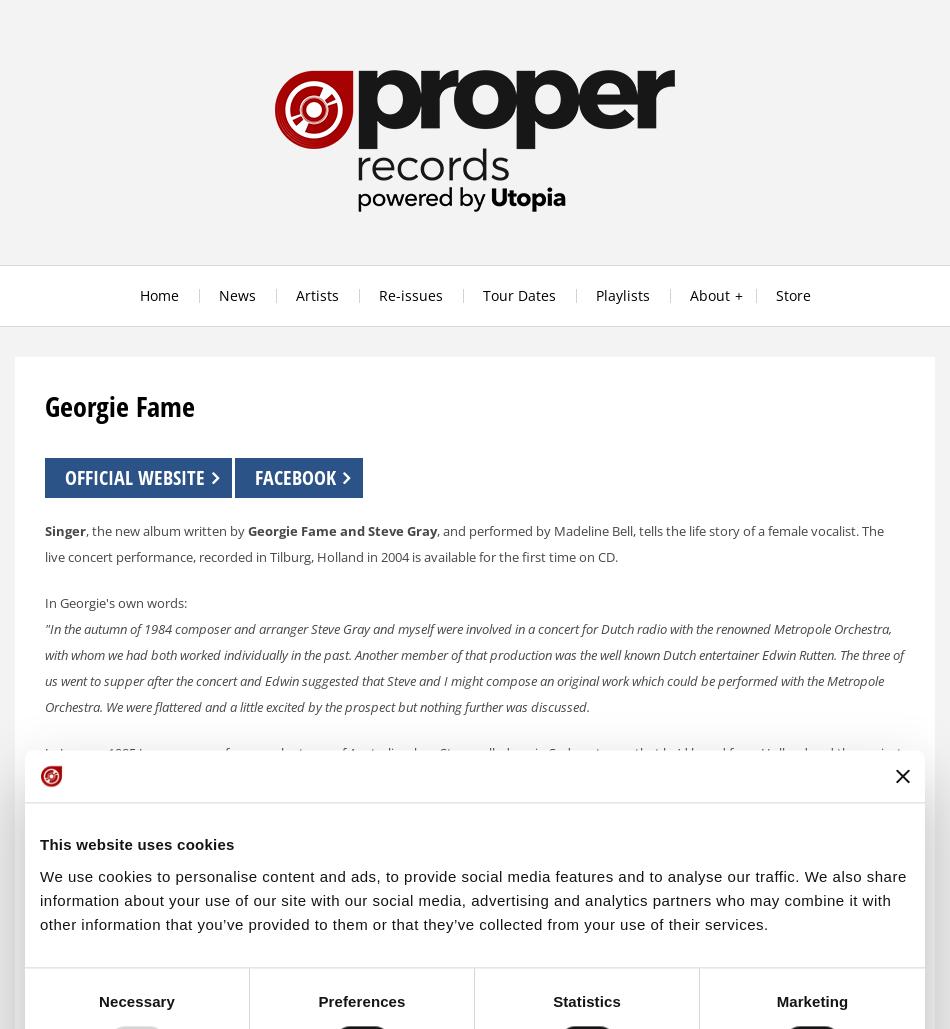  What do you see at coordinates (236, 295) in the screenshot?
I see `'News'` at bounding box center [236, 295].